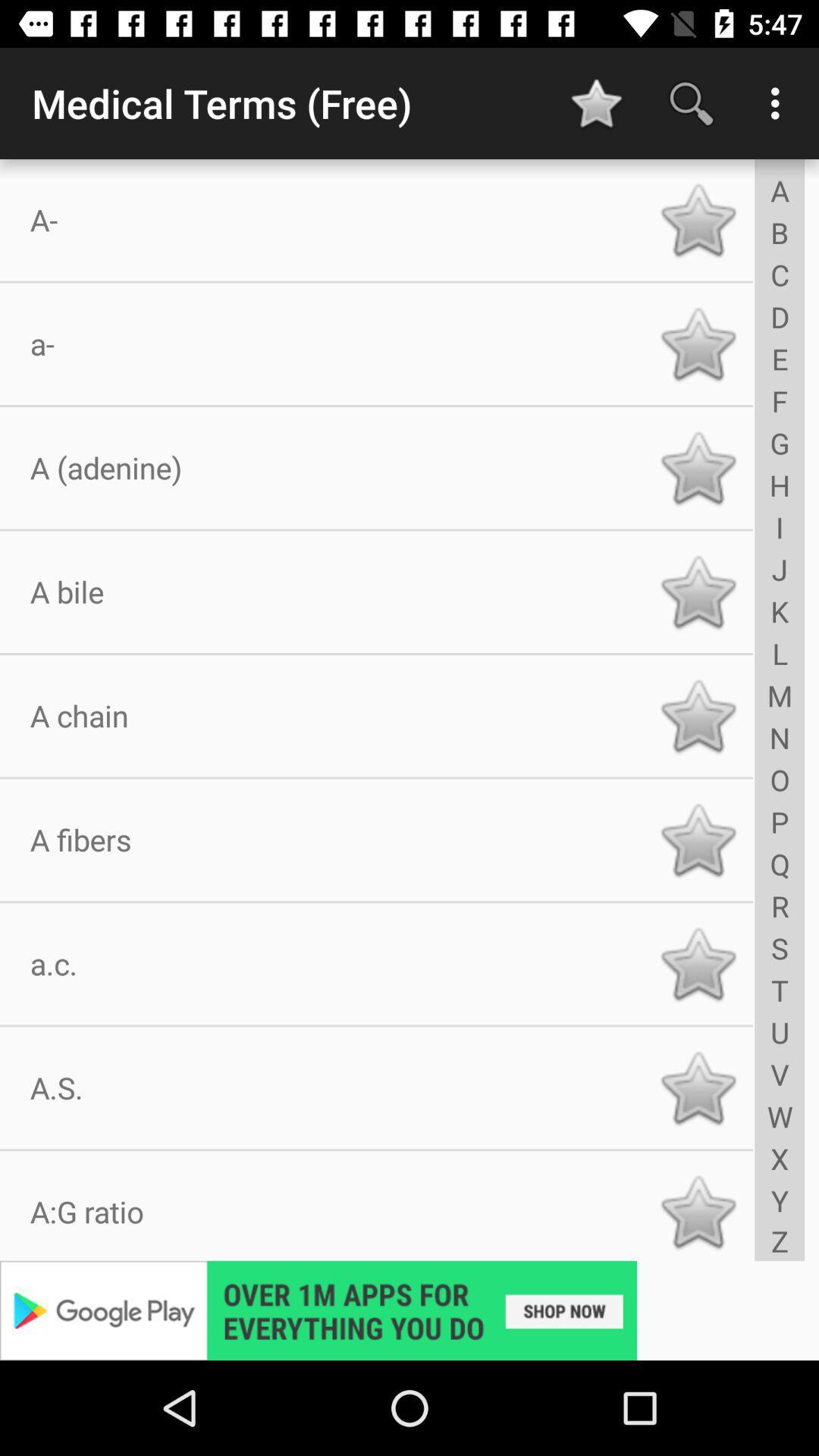 This screenshot has width=819, height=1456. What do you see at coordinates (698, 343) in the screenshot?
I see `icon button` at bounding box center [698, 343].